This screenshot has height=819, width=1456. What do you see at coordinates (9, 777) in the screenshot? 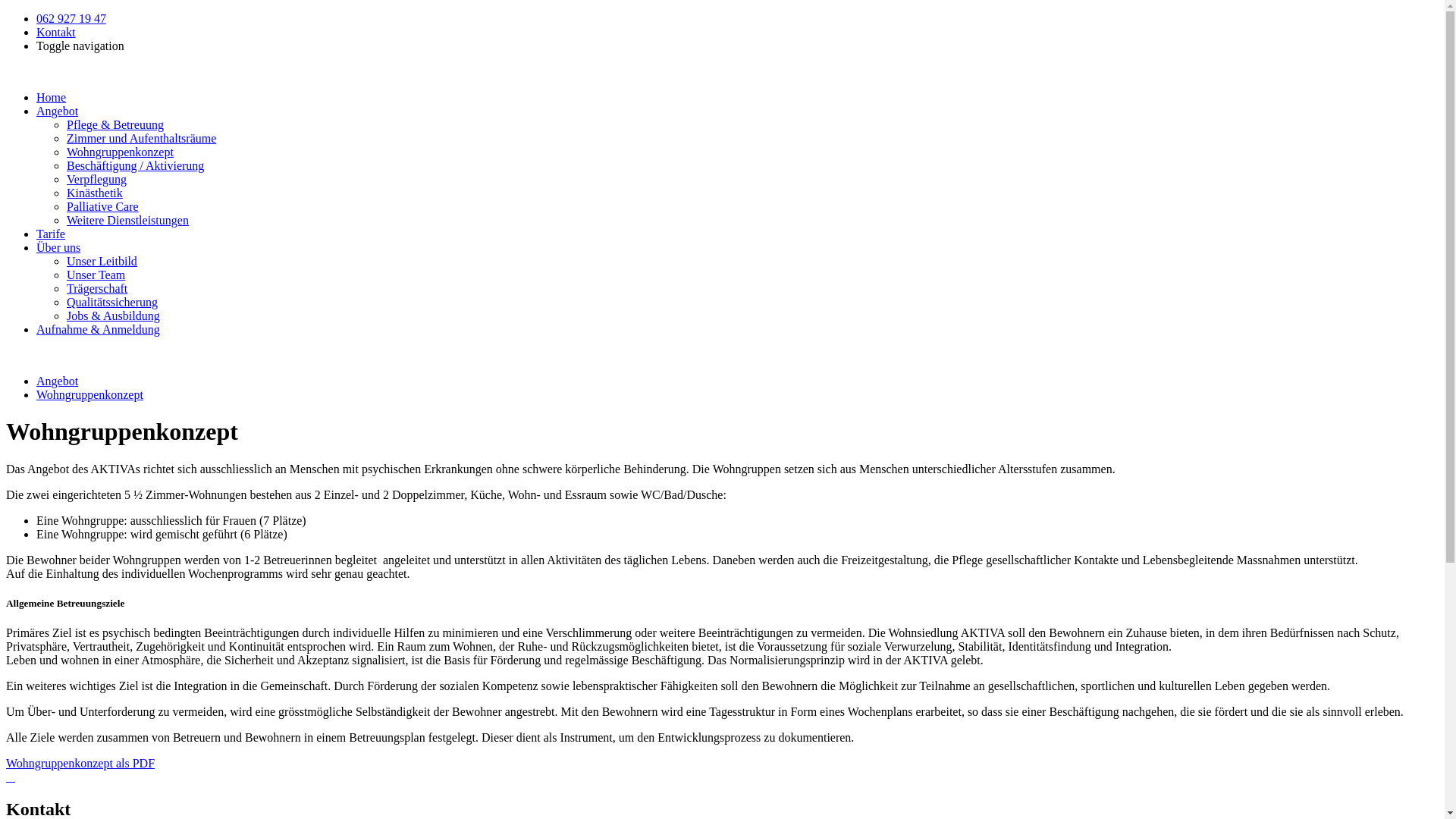
I see `'WG1 (3).JPG'` at bounding box center [9, 777].